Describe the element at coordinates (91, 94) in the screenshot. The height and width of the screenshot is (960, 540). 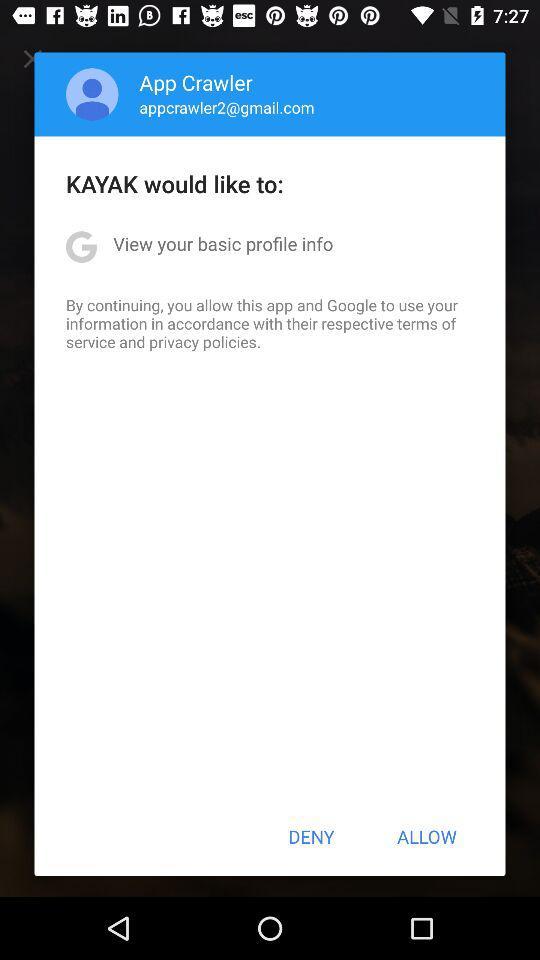
I see `icon to the left of the app crawler icon` at that location.